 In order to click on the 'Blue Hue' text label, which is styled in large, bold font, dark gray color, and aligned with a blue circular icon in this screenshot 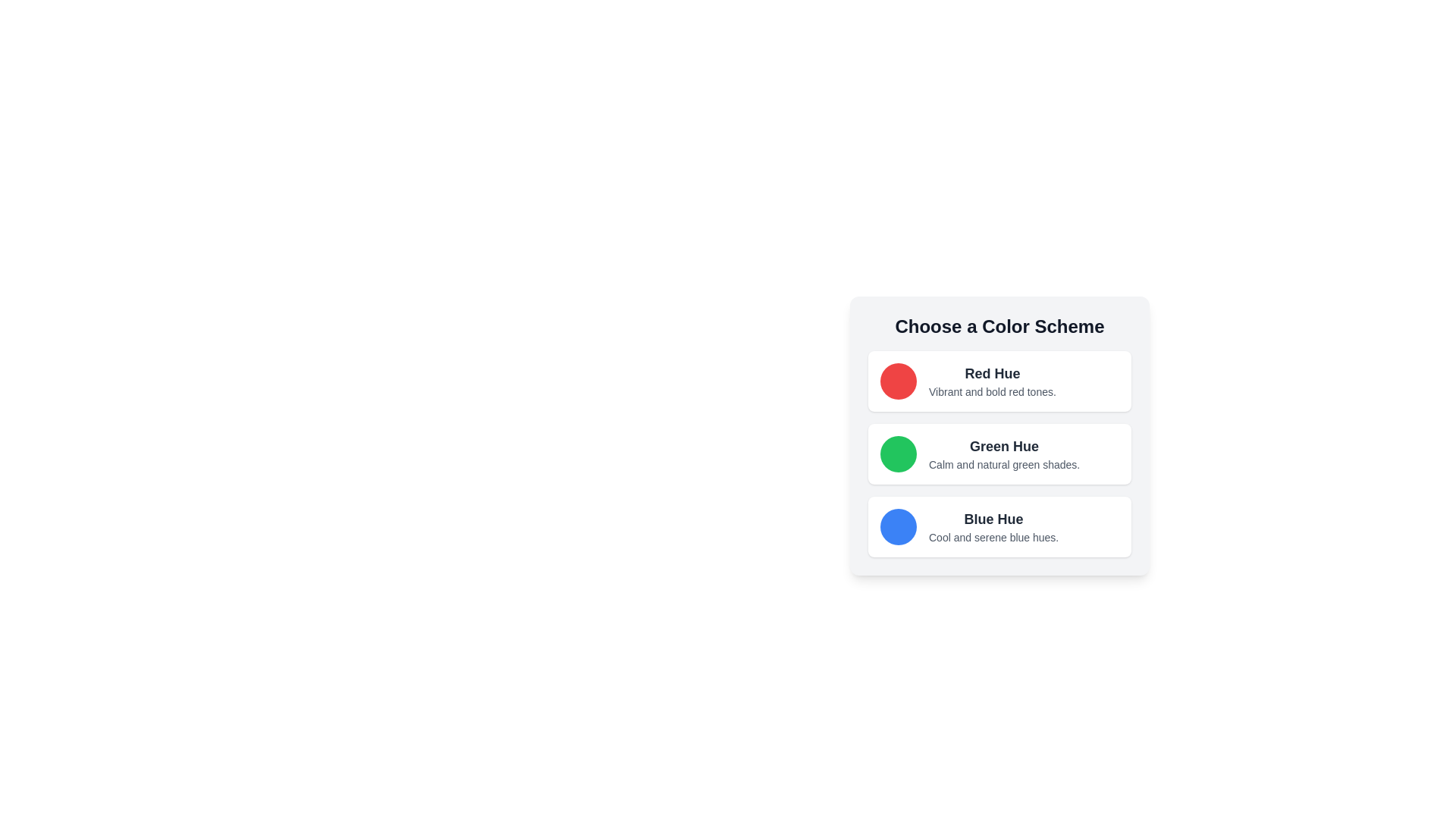, I will do `click(993, 519)`.